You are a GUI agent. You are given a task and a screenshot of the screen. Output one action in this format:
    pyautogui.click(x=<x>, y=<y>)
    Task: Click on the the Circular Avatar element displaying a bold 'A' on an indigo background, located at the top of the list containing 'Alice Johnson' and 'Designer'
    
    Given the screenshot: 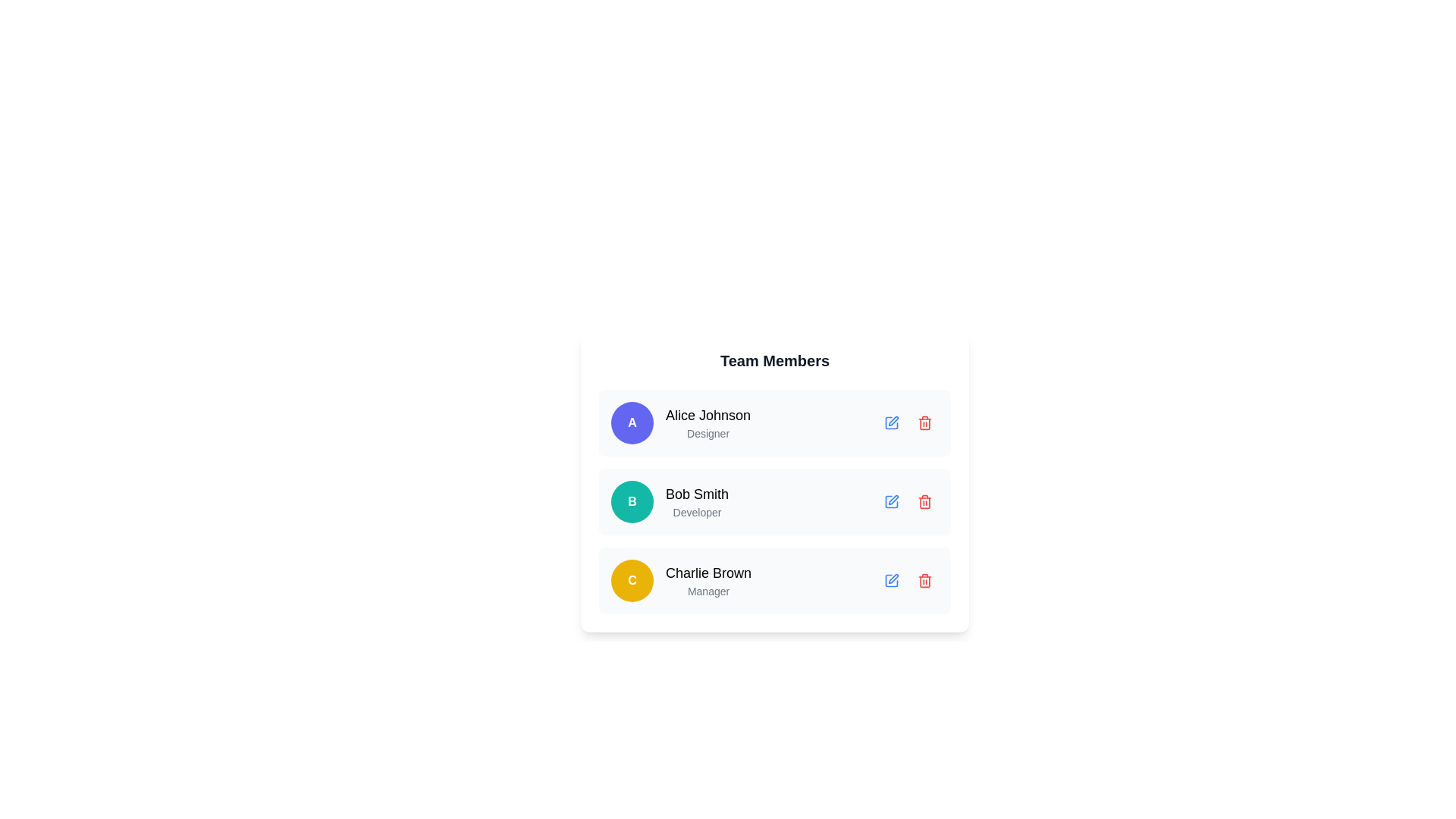 What is the action you would take?
    pyautogui.click(x=632, y=423)
    